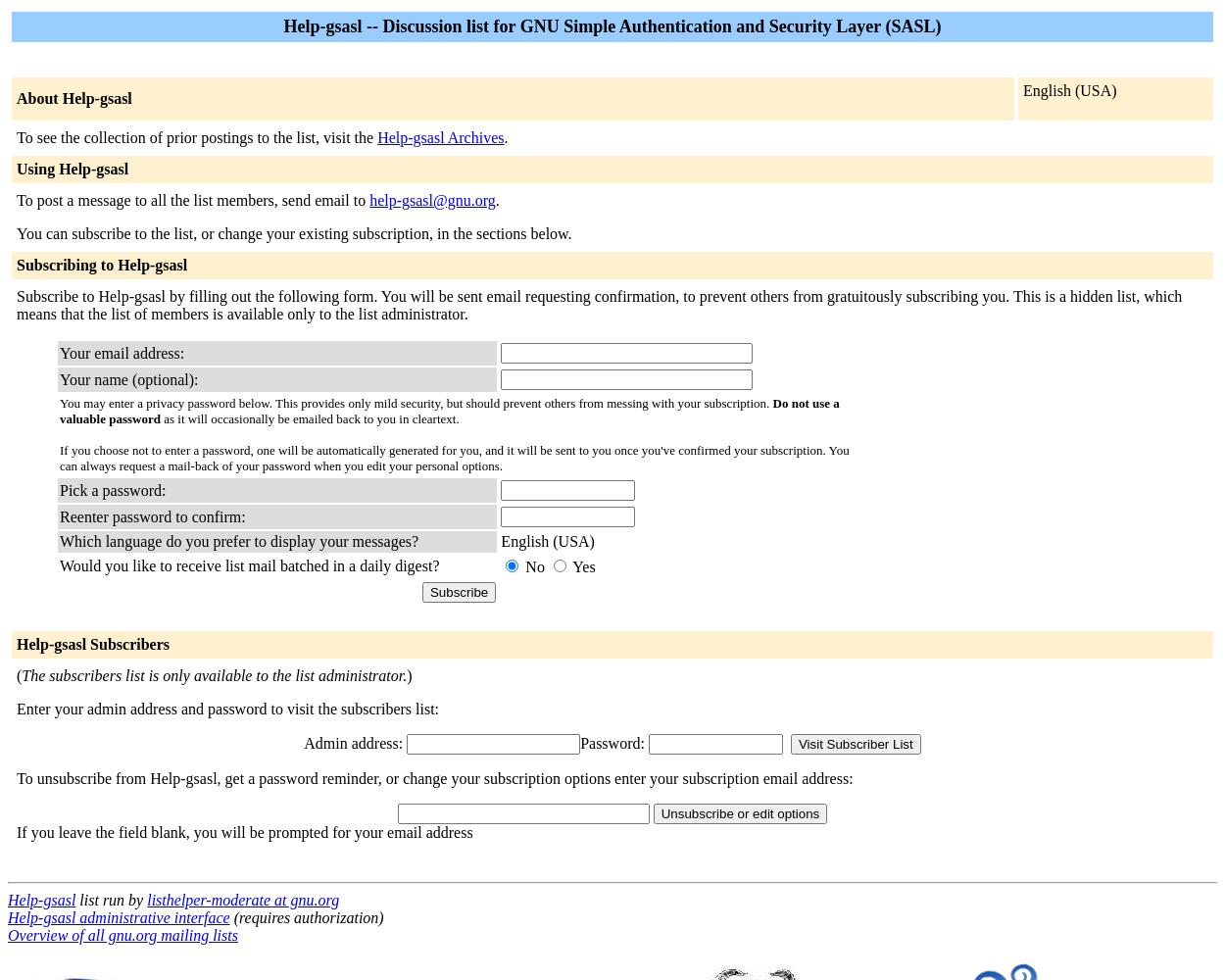 This screenshot has height=980, width=1225. I want to click on 'help-gsasl@gnu.org', so click(431, 199).